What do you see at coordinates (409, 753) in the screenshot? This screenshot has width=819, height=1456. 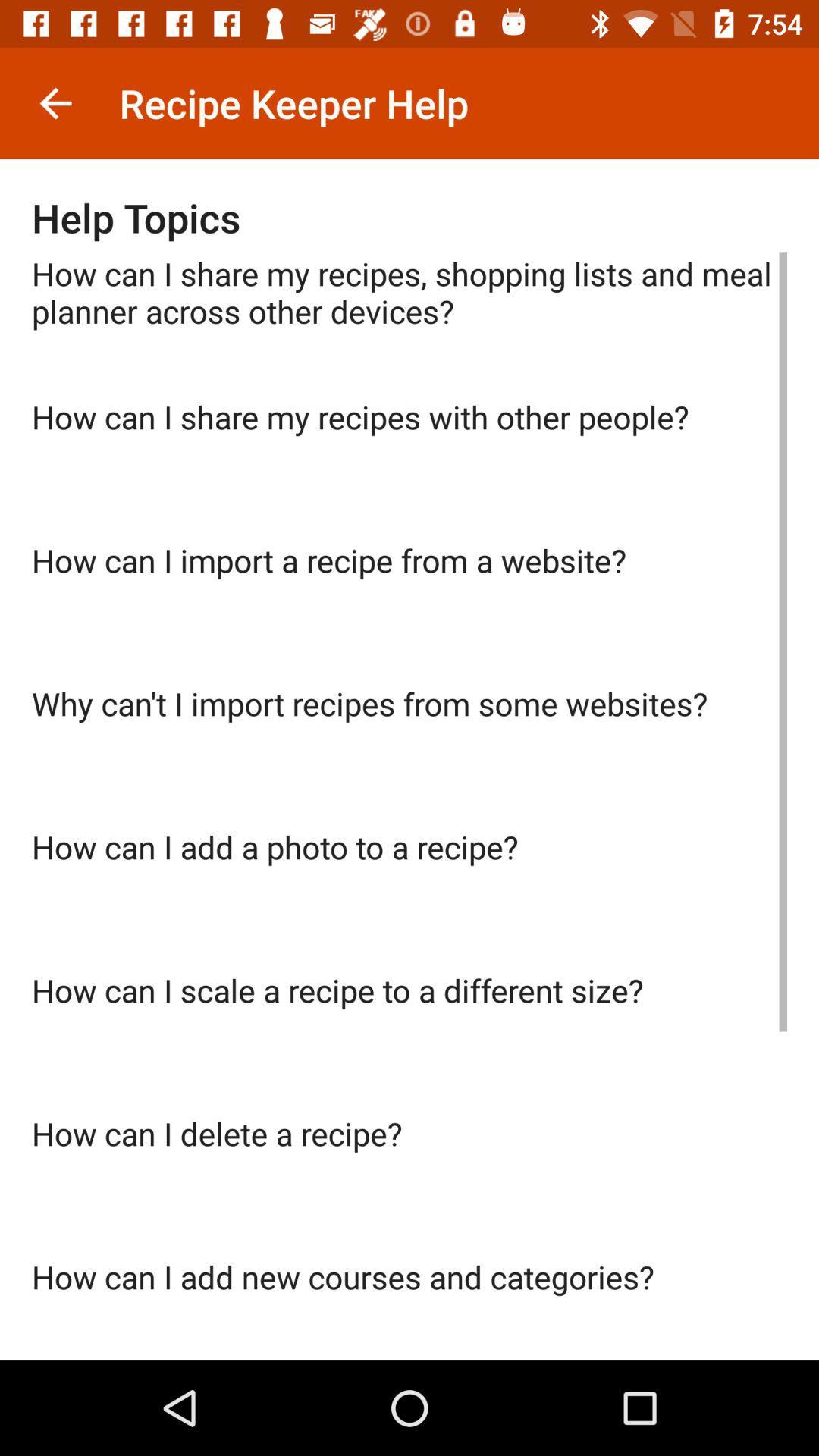 I see `the why can t` at bounding box center [409, 753].